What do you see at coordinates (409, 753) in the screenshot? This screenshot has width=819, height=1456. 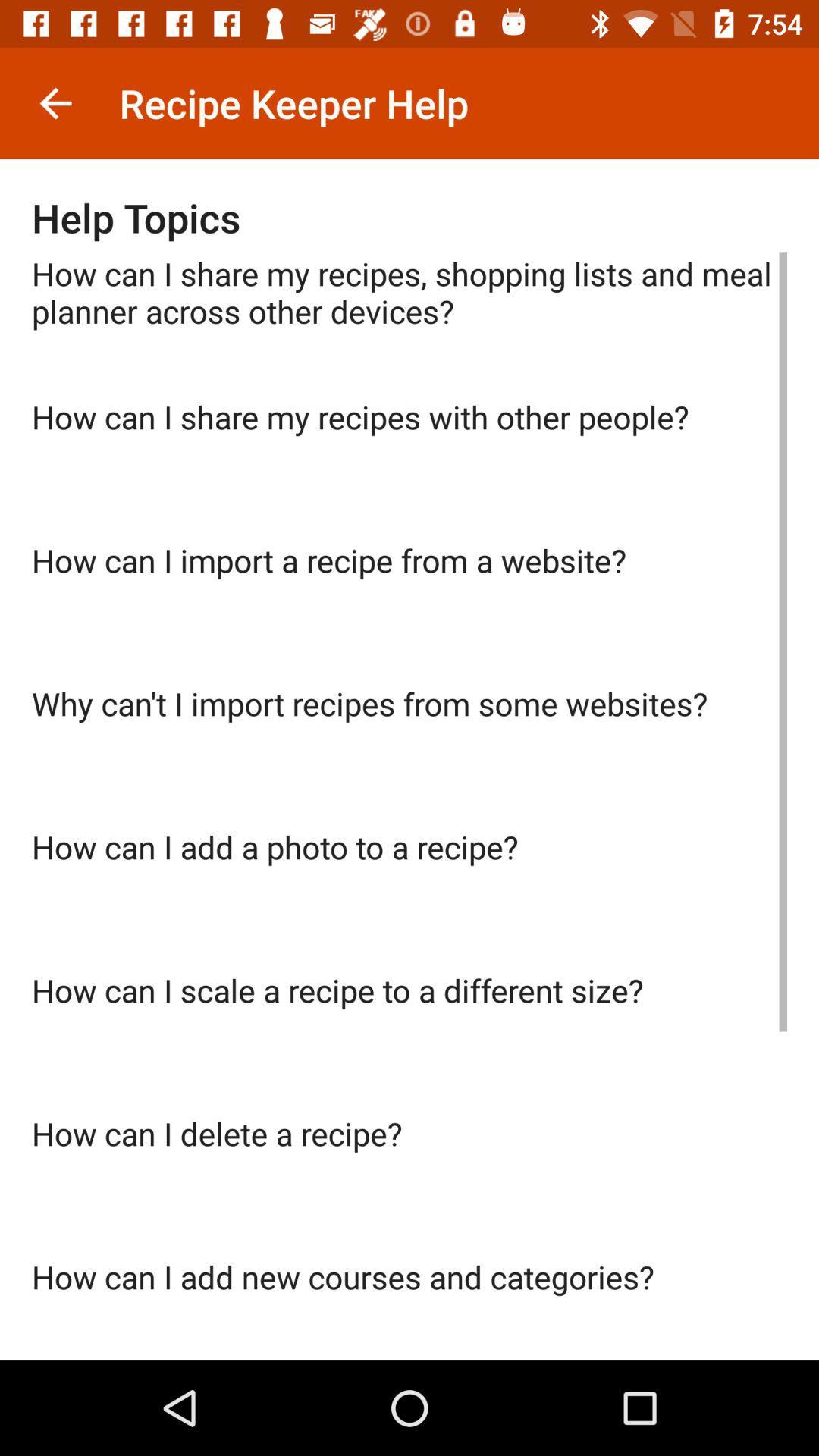 I see `the why can t` at bounding box center [409, 753].